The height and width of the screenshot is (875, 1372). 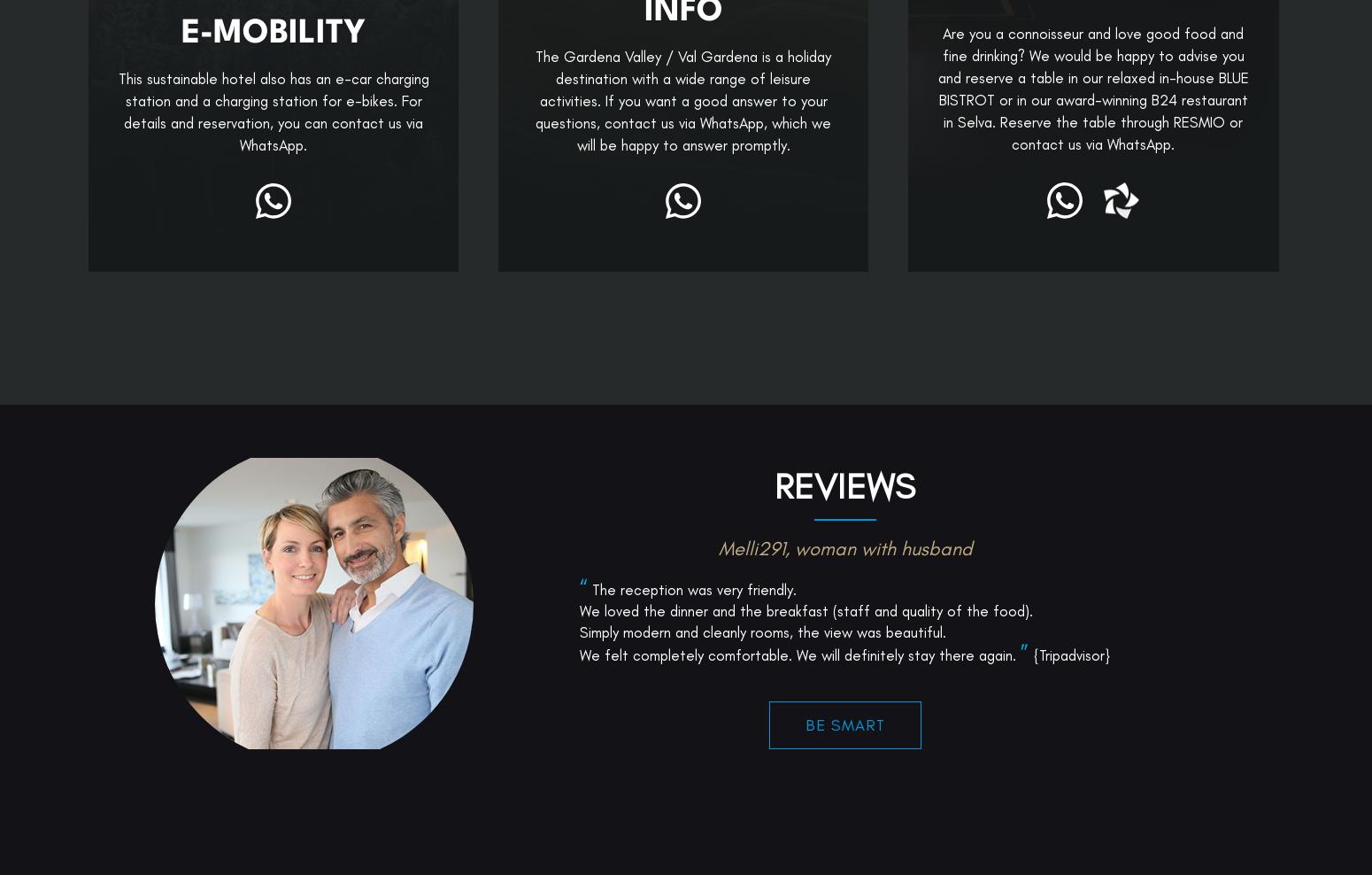 I want to click on 'But for smart people only...', so click(x=668, y=781).